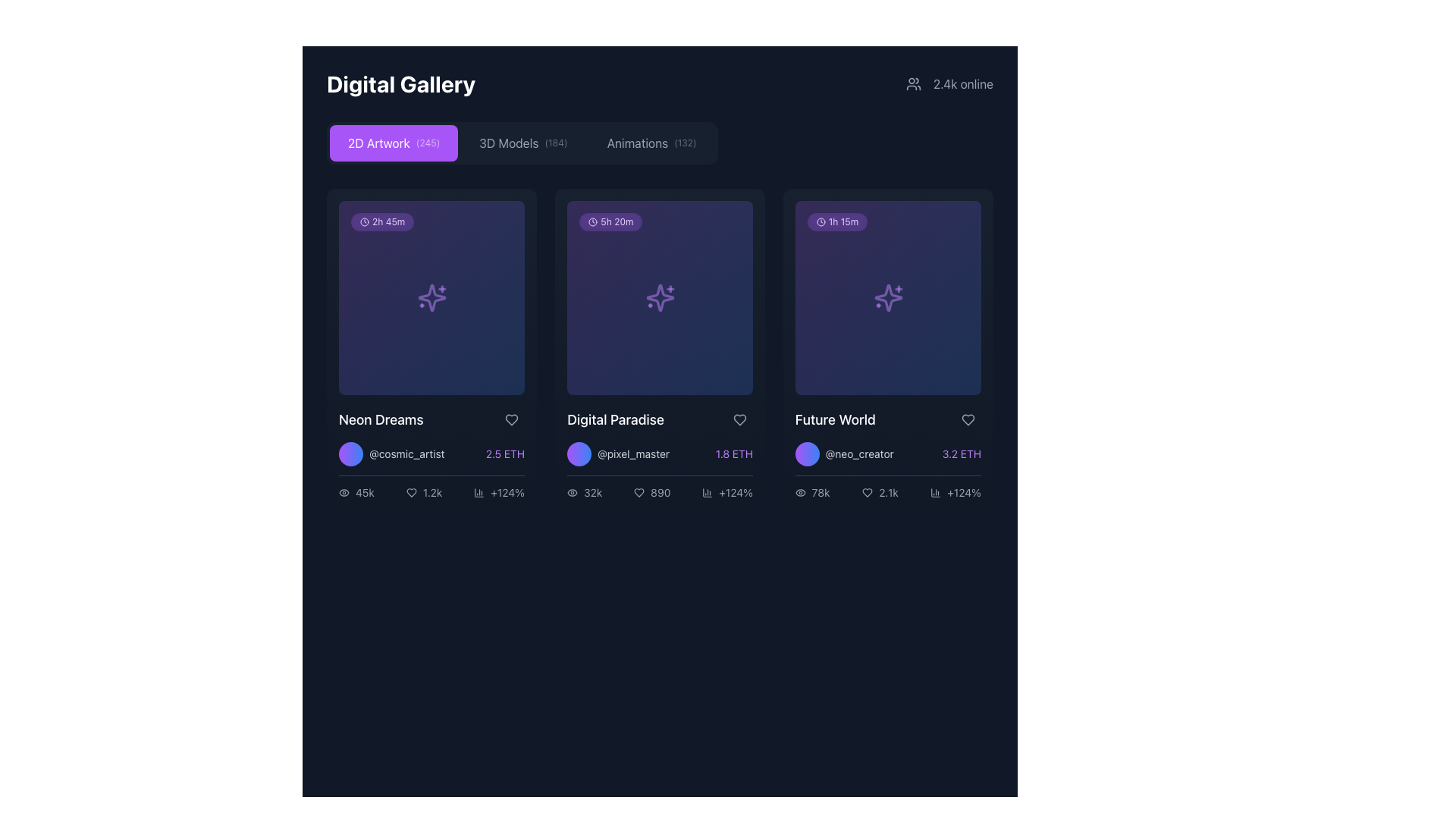 The height and width of the screenshot is (819, 1456). What do you see at coordinates (394, 143) in the screenshot?
I see `the leftmost button under the 'Digital Gallery' heading to filter the gallery to show 2D artwork items` at bounding box center [394, 143].